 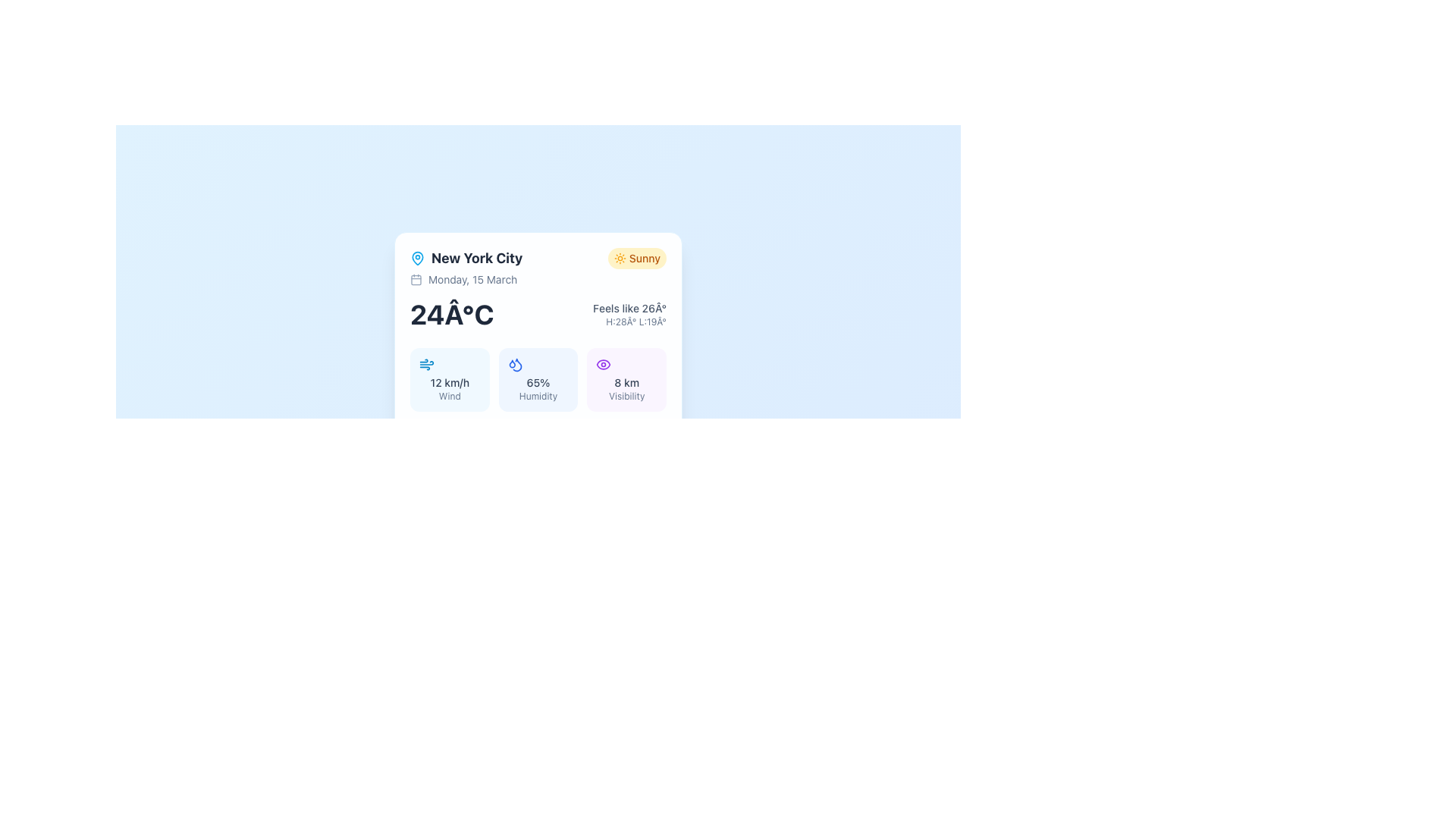 I want to click on the Date display label with an icon located directly below the 'New York City' label, providing contextual date information, so click(x=466, y=280).